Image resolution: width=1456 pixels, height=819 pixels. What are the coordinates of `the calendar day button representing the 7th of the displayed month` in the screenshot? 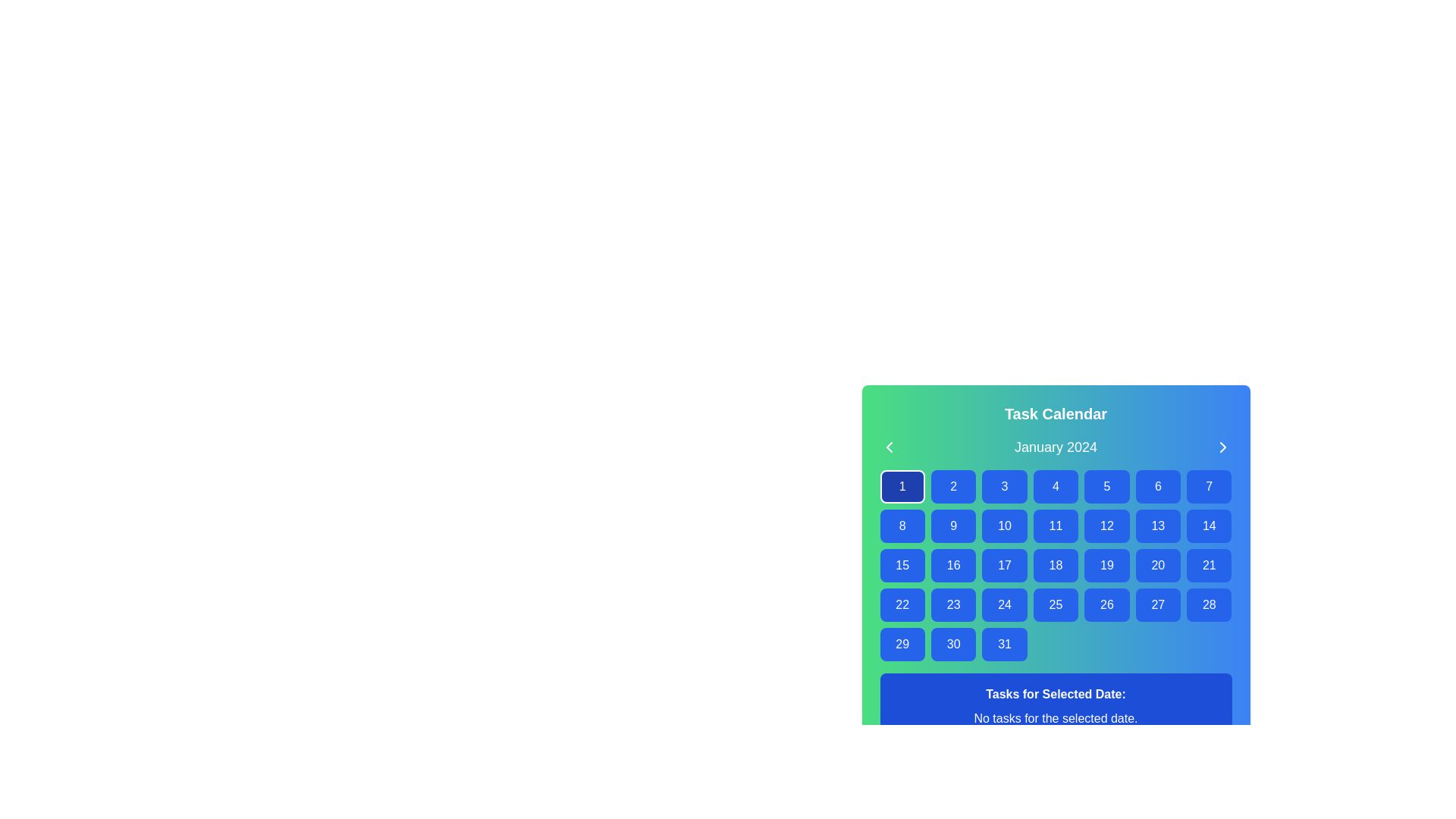 It's located at (1208, 486).